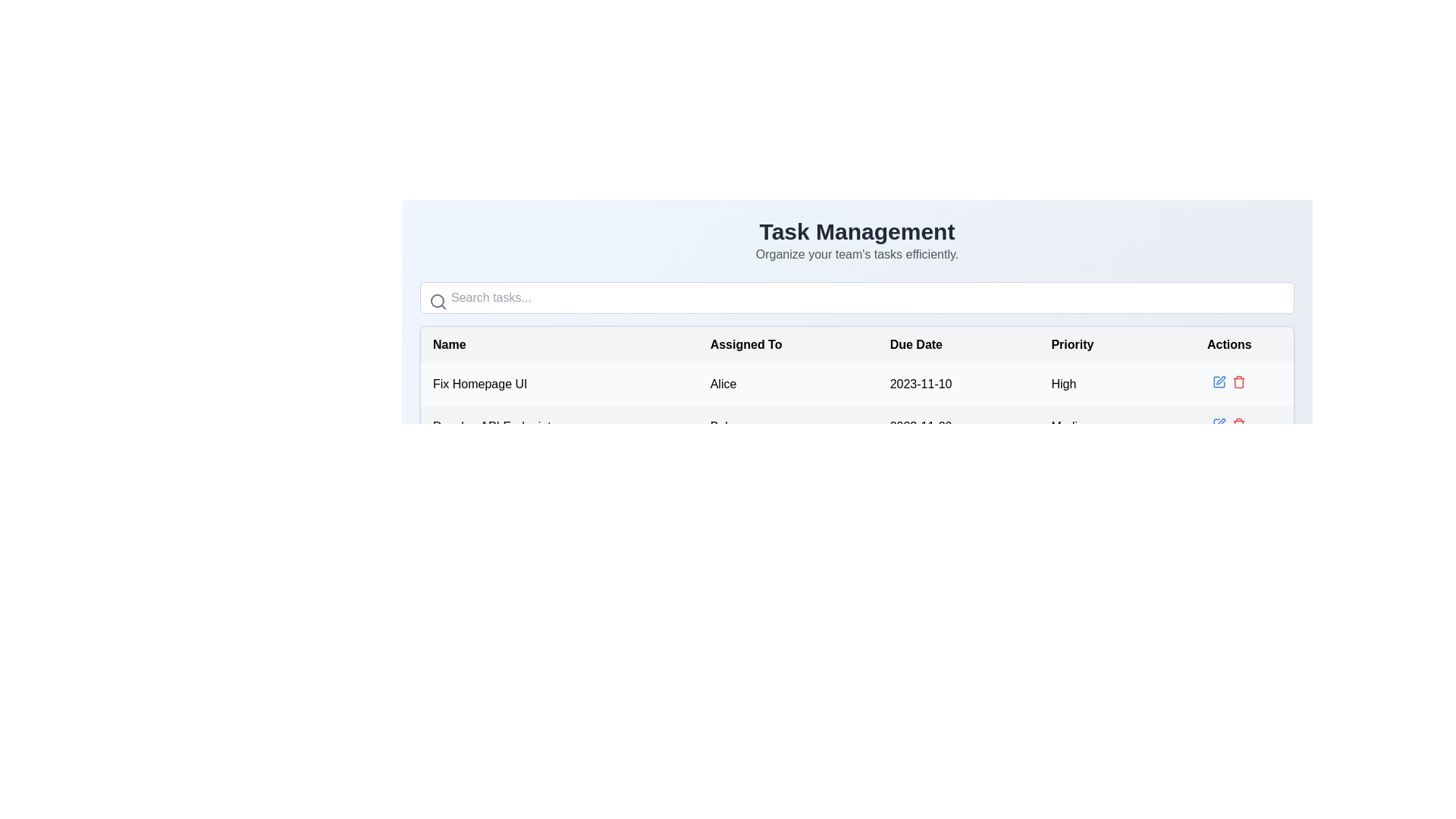  What do you see at coordinates (1239, 381) in the screenshot?
I see `the delete button in the 'Actions' column for the task 'Fix Homepage UI' to change its icon color` at bounding box center [1239, 381].